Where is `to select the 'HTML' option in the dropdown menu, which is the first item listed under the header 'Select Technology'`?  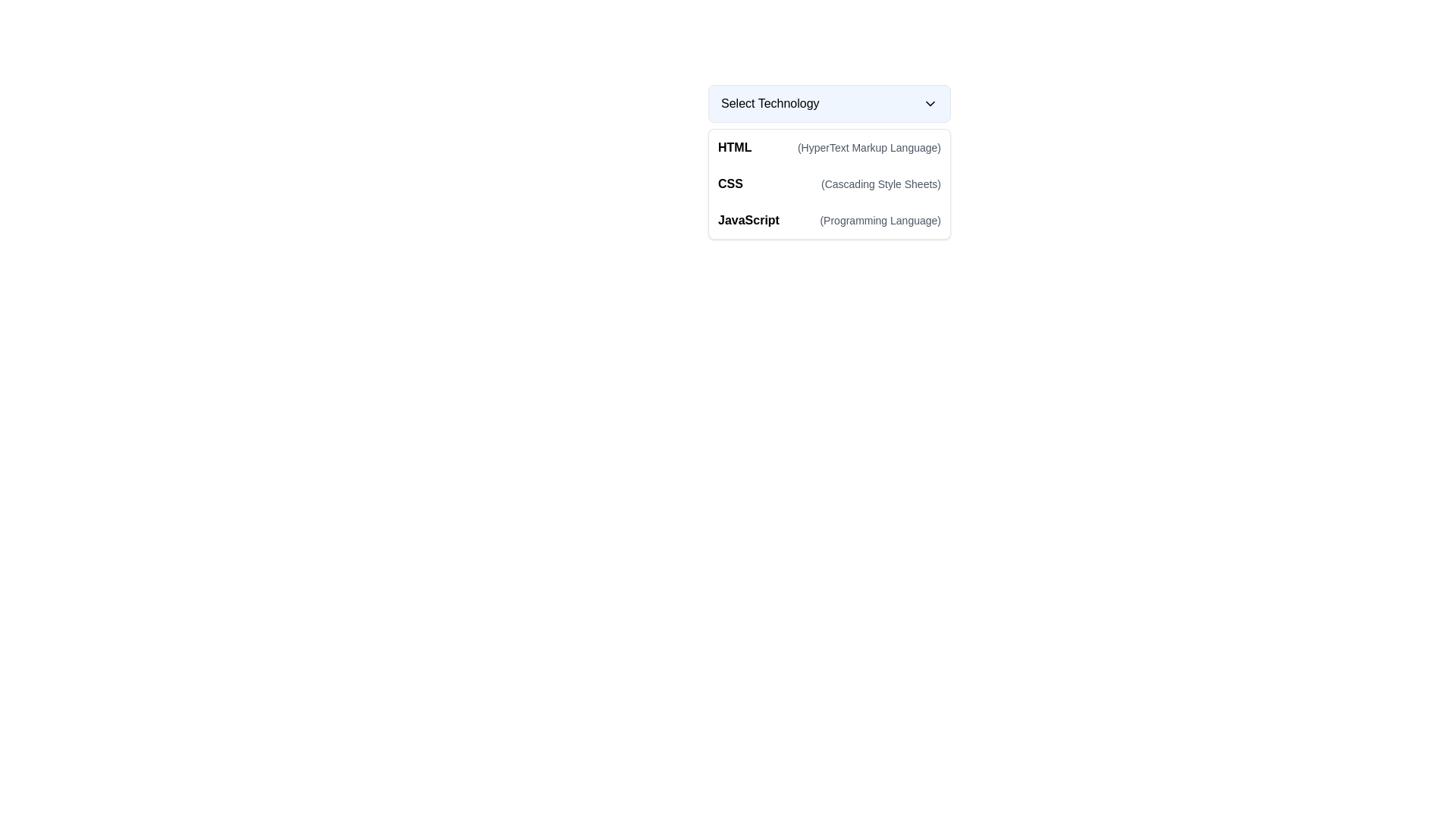
to select the 'HTML' option in the dropdown menu, which is the first item listed under the header 'Select Technology' is located at coordinates (829, 148).